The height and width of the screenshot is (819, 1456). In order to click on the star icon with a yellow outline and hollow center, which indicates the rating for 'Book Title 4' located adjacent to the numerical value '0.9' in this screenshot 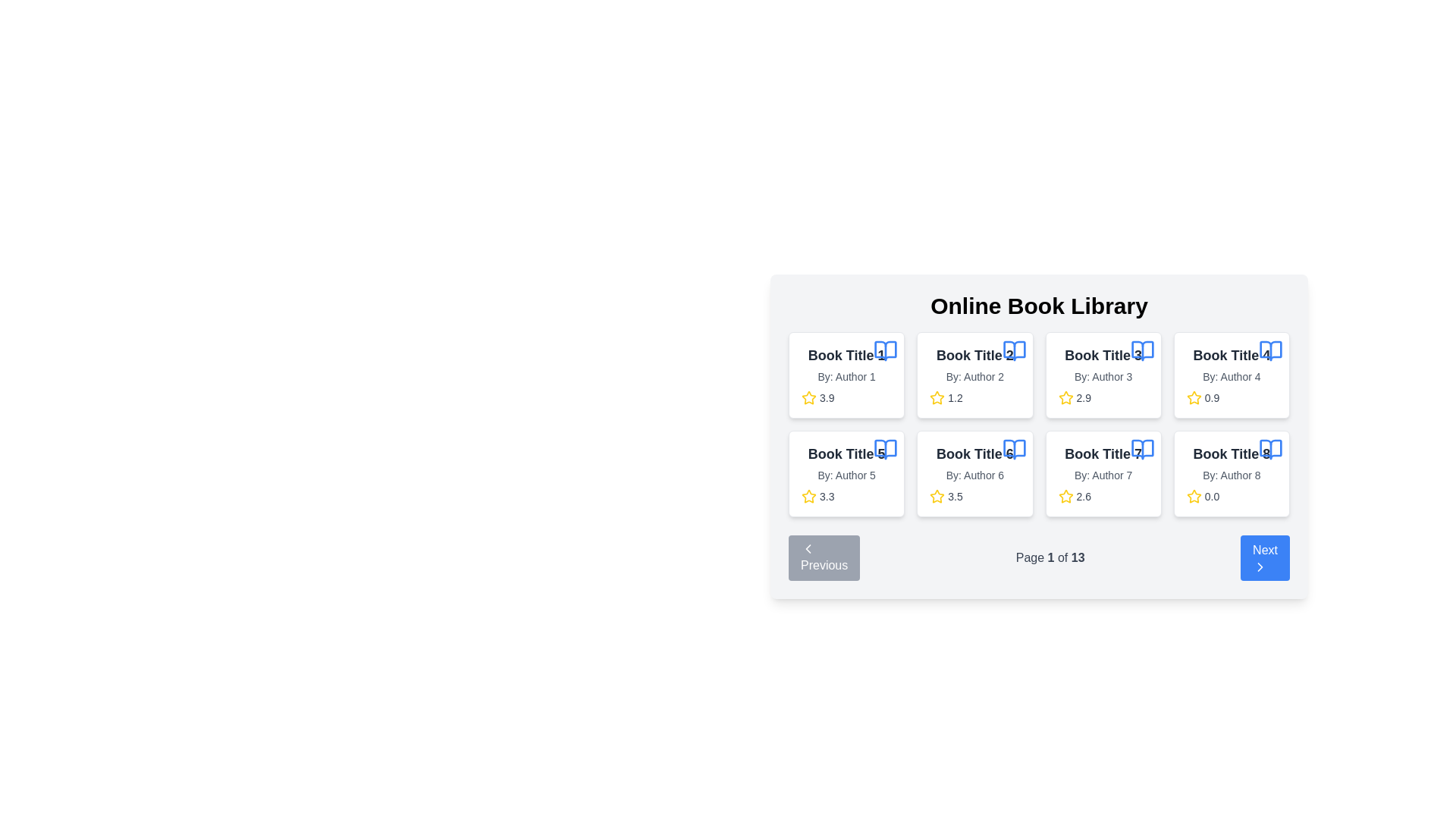, I will do `click(1193, 397)`.